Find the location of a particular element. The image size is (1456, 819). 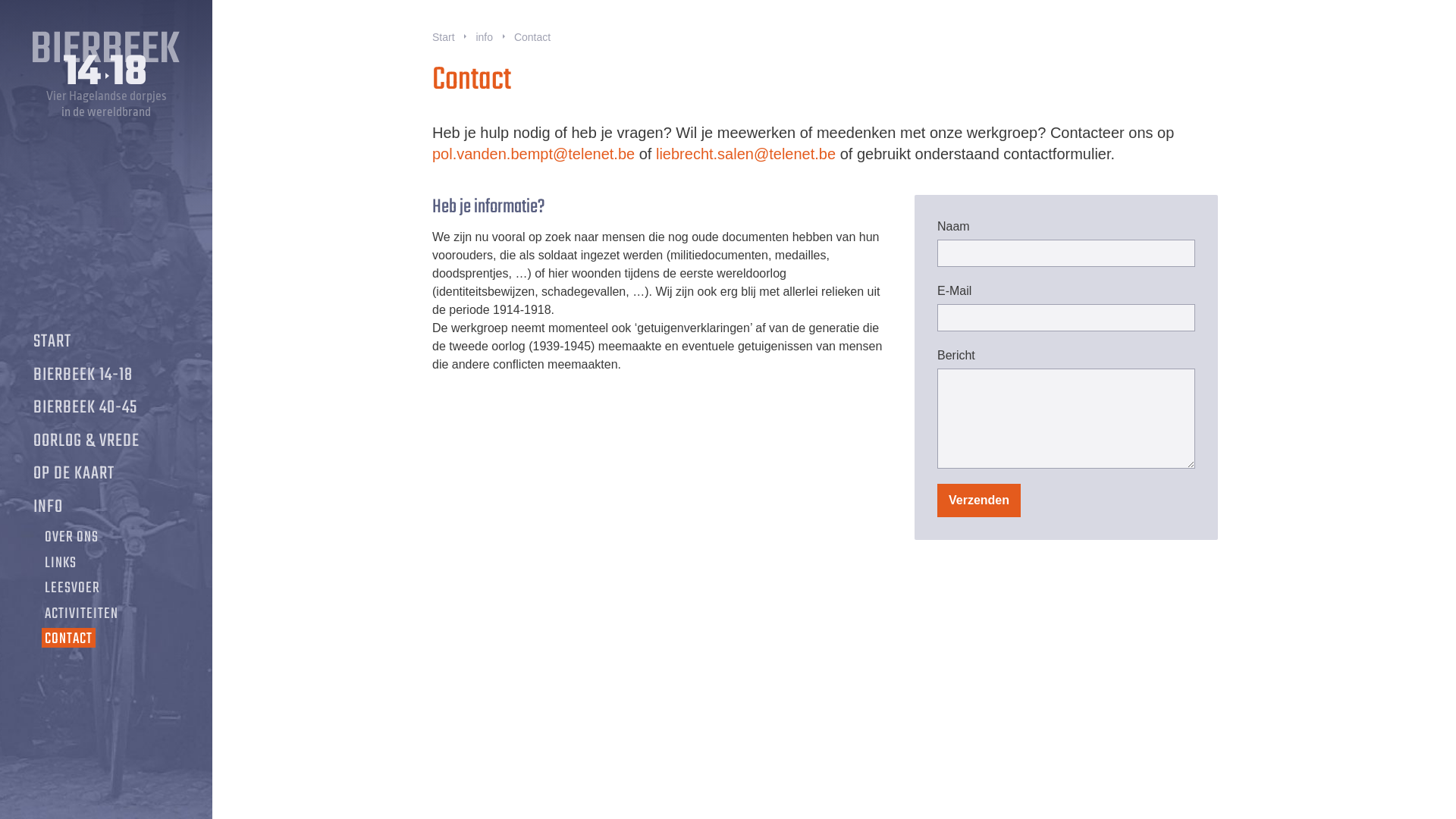

'Start' is located at coordinates (443, 37).